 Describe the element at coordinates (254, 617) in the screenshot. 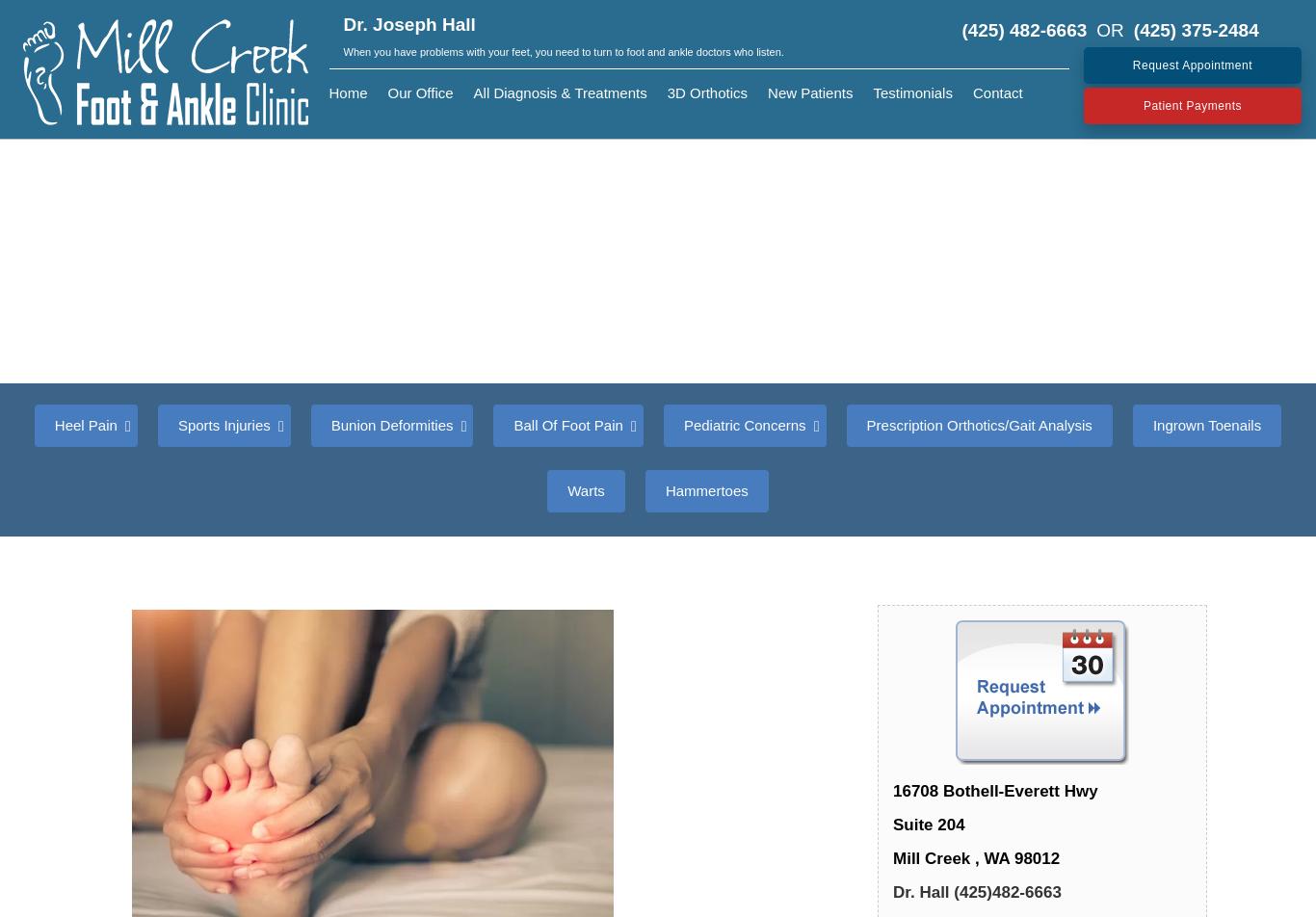

I see `'Shin Splints/Tendonitis'` at that location.